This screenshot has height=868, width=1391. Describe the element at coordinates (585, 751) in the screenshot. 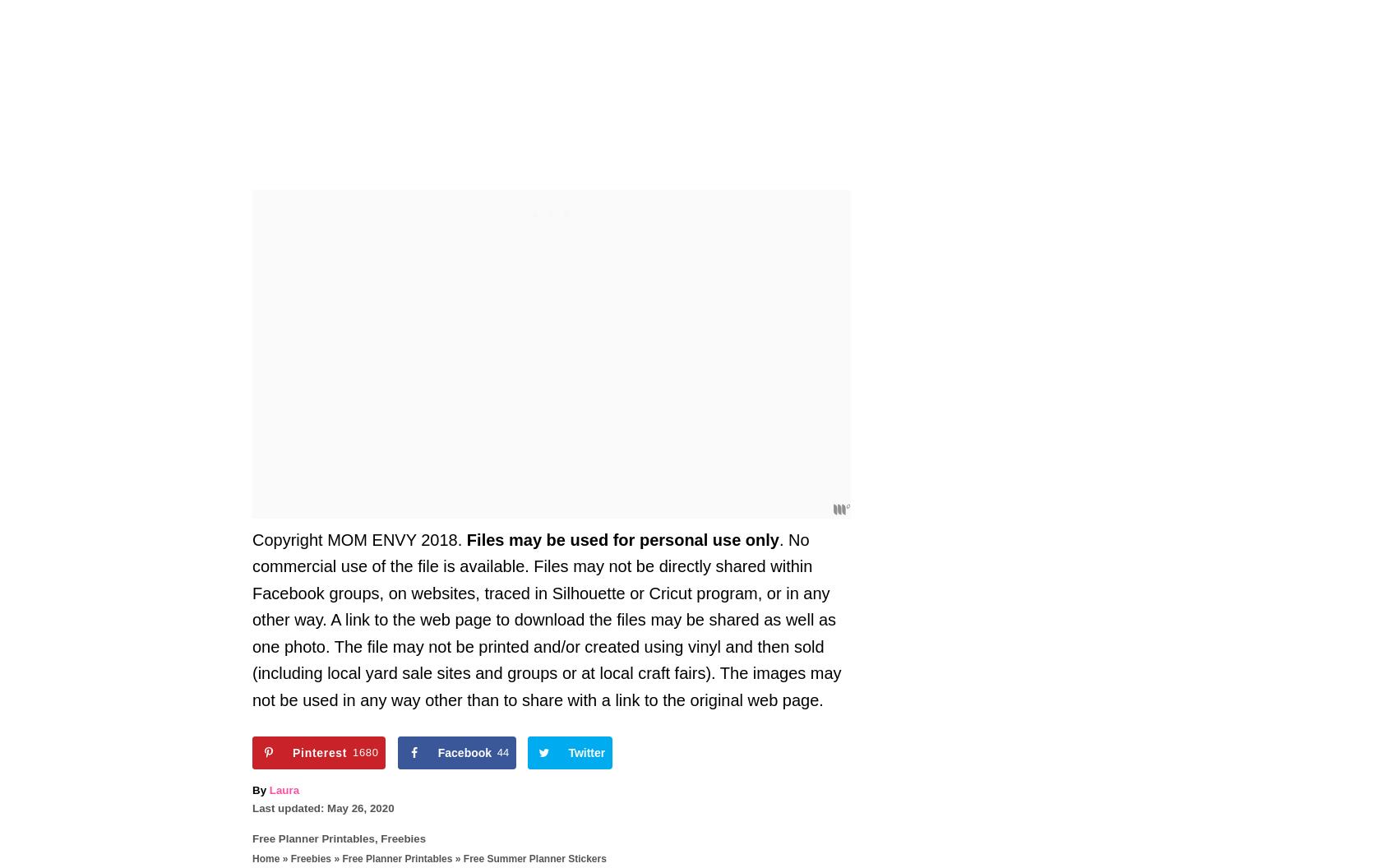

I see `'Twitter'` at that location.